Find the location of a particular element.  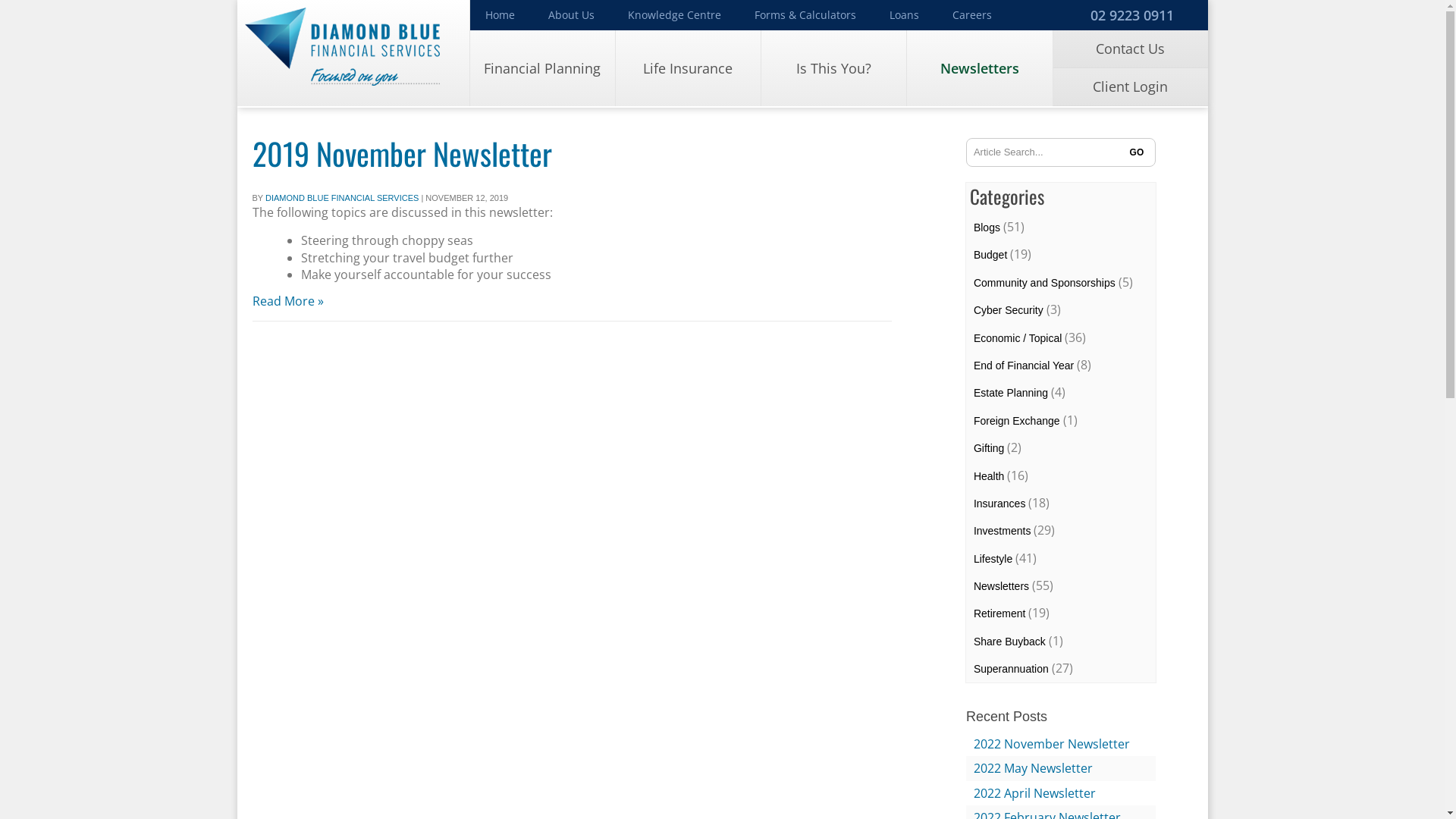

'Blogs' is located at coordinates (987, 227).